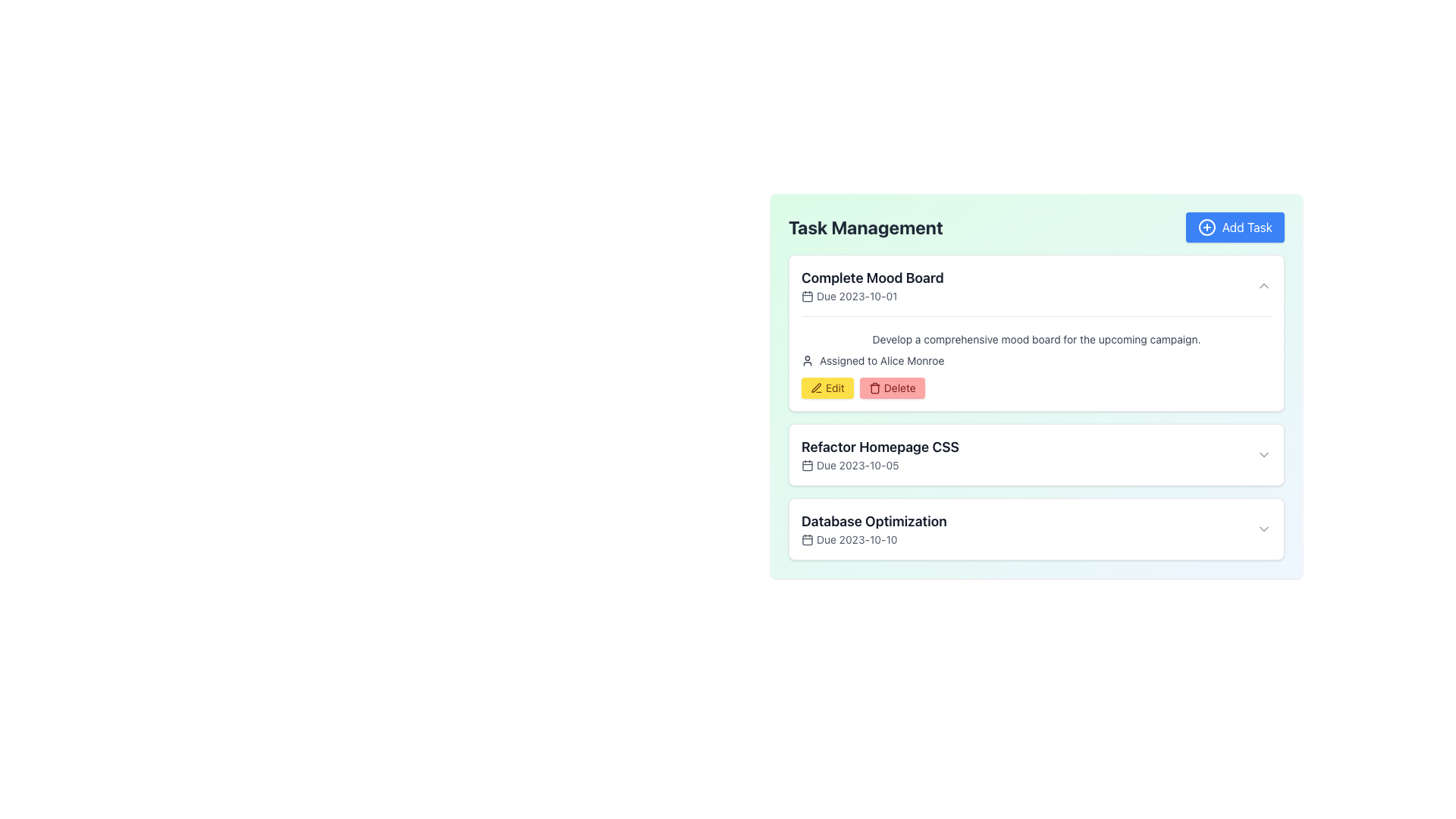  Describe the element at coordinates (865, 227) in the screenshot. I see `the static text display element titled 'Task Management', which is styled in large bold dark gray font against a light green background, located at the upper left section of the interface` at that location.